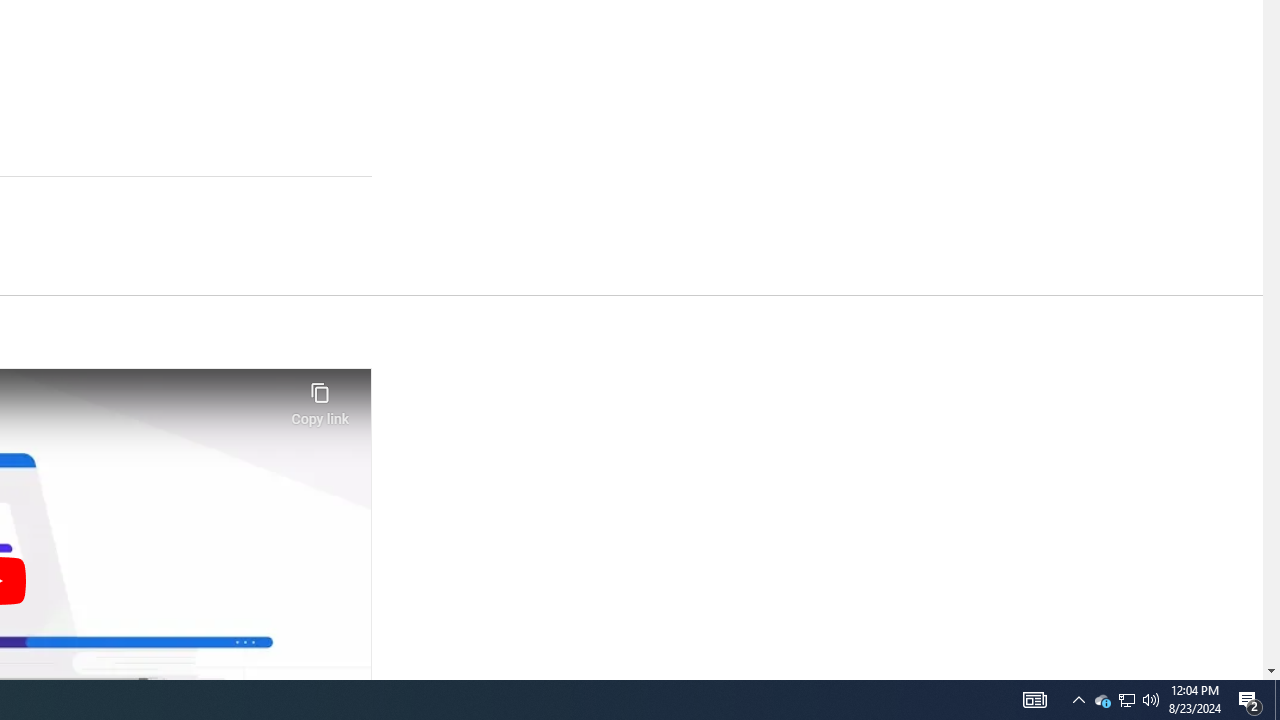 The height and width of the screenshot is (720, 1280). Describe the element at coordinates (320, 398) in the screenshot. I see `'Copy link'` at that location.